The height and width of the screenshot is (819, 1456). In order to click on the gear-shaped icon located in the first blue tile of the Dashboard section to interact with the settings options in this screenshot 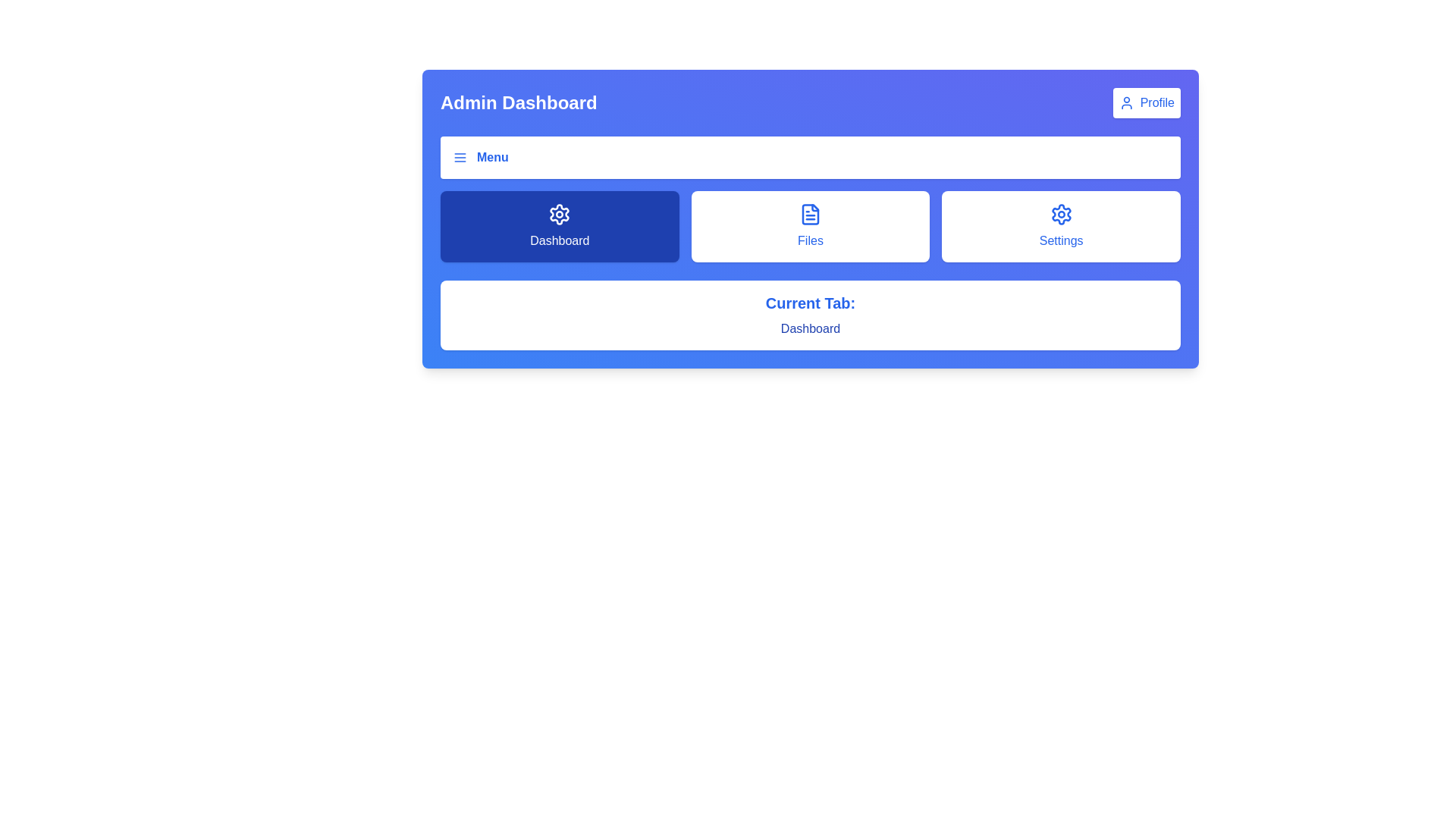, I will do `click(559, 214)`.